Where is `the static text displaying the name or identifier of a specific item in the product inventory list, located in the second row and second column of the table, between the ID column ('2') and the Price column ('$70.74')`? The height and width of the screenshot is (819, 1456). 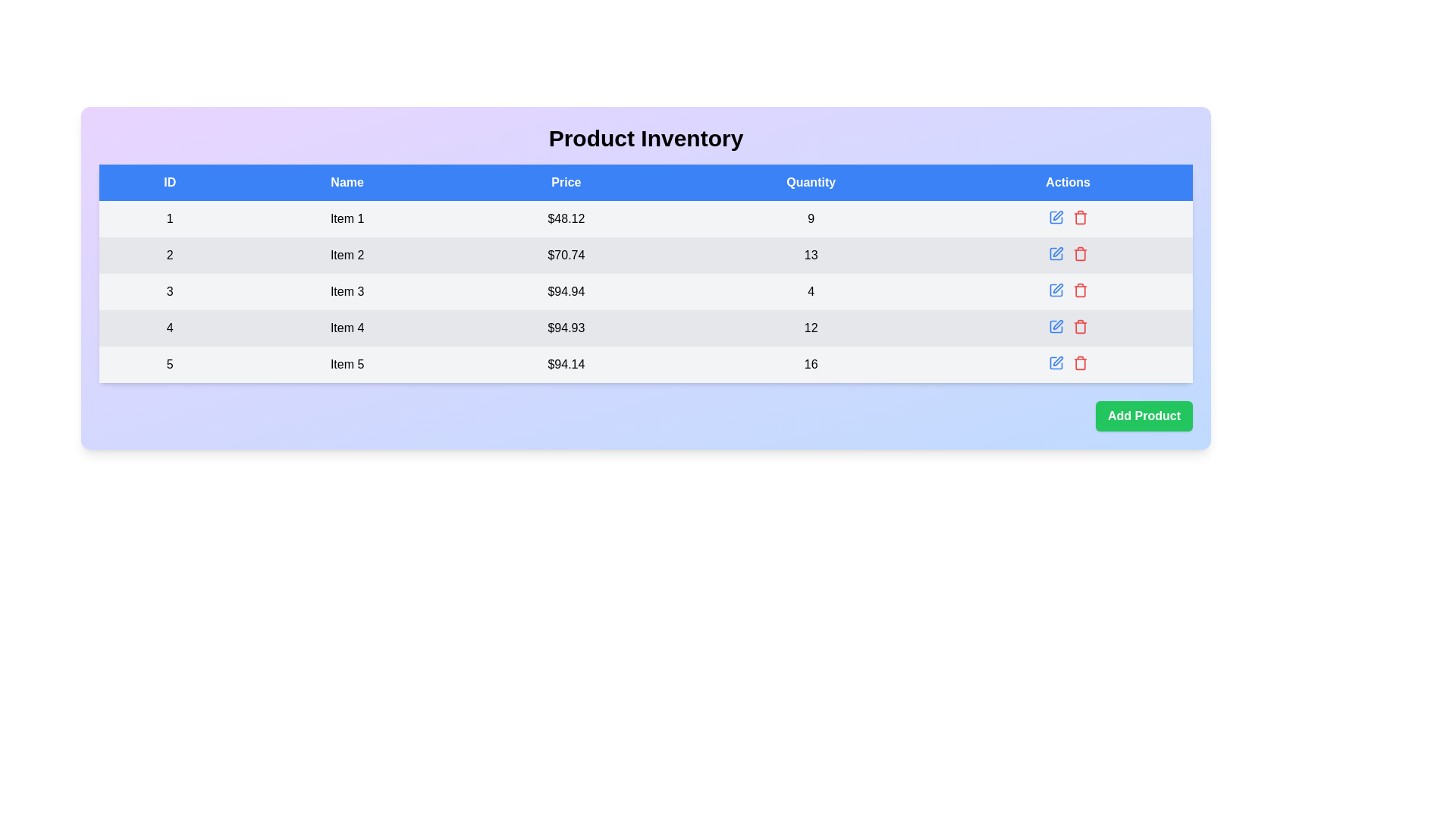
the static text displaying the name or identifier of a specific item in the product inventory list, located in the second row and second column of the table, between the ID column ('2') and the Price column ('$70.74') is located at coordinates (347, 254).